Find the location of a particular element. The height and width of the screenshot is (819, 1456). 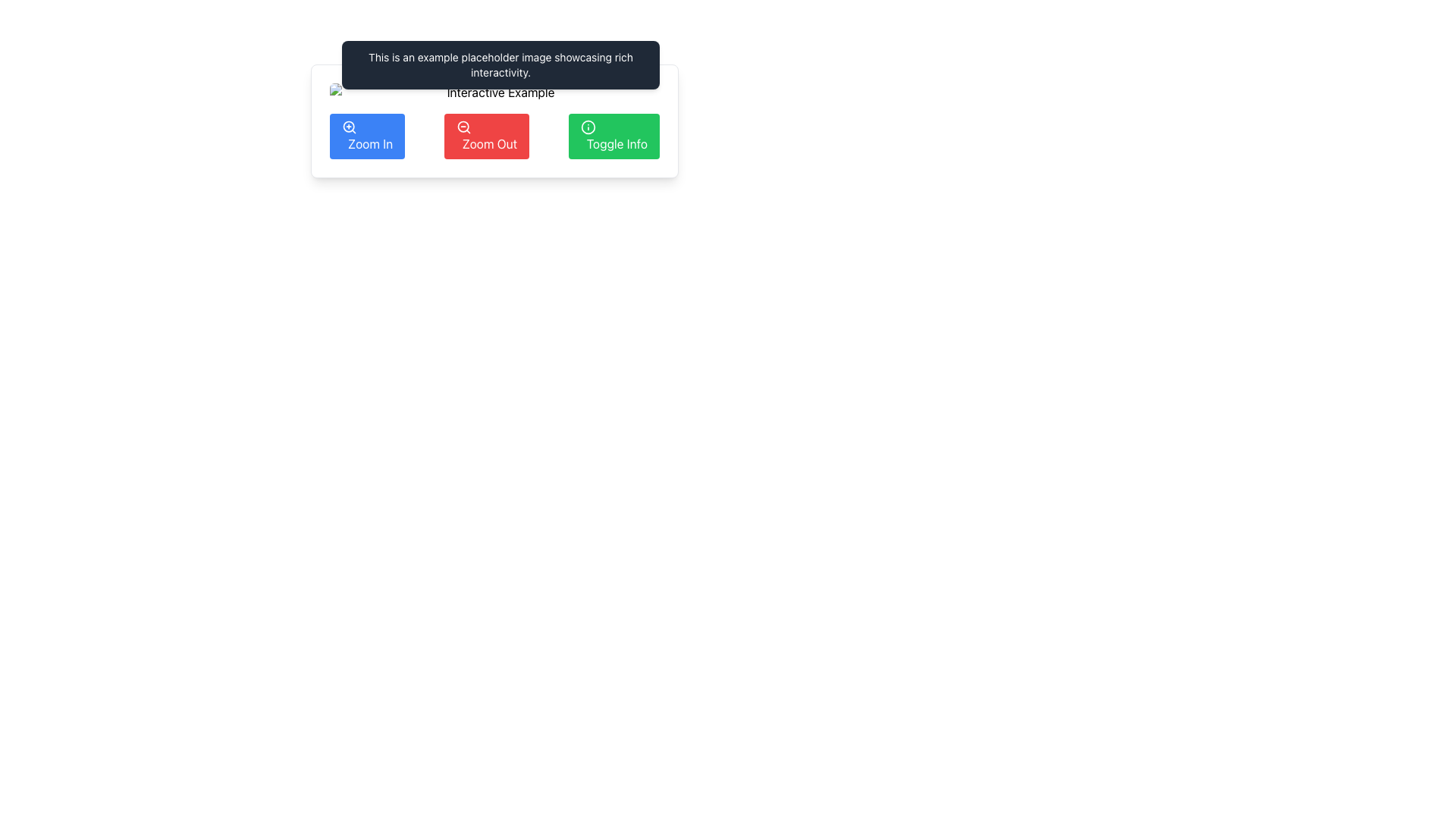

the red 'Zoom Out' button with white text and a magnifying glass icon to zoom out is located at coordinates (486, 136).